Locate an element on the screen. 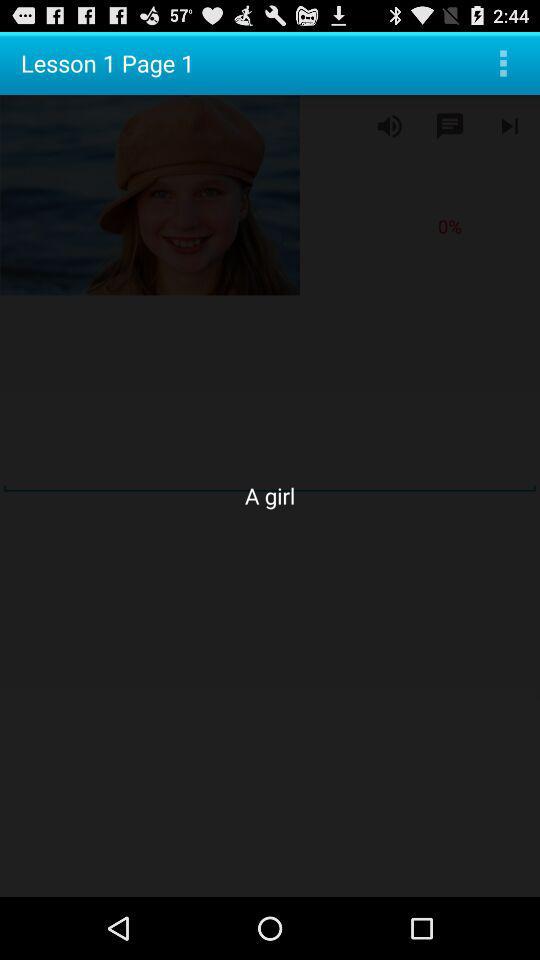 This screenshot has width=540, height=960. the chat icon is located at coordinates (449, 133).